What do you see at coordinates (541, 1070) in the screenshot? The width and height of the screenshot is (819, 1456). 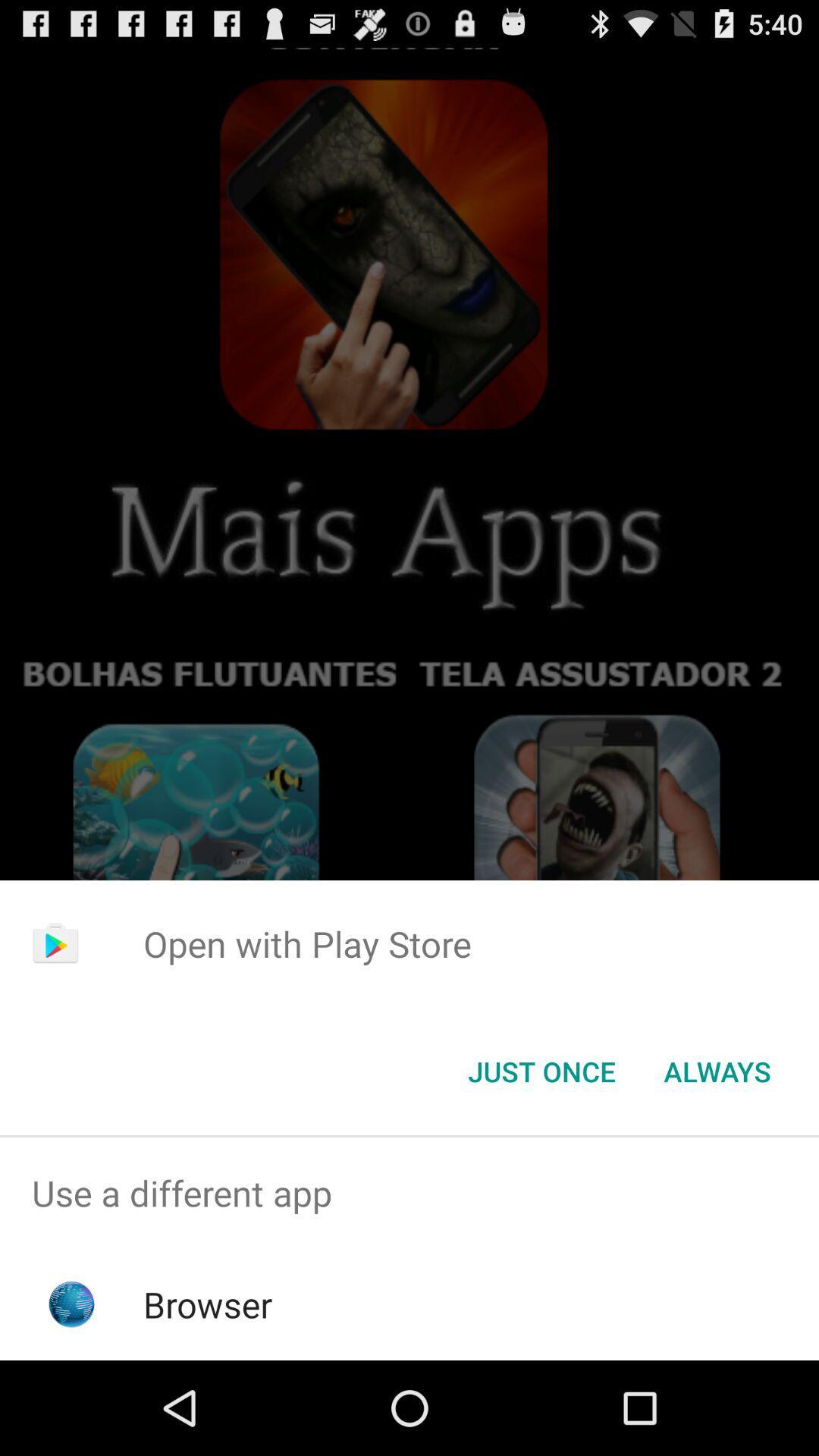 I see `the icon to the left of the always button` at bounding box center [541, 1070].